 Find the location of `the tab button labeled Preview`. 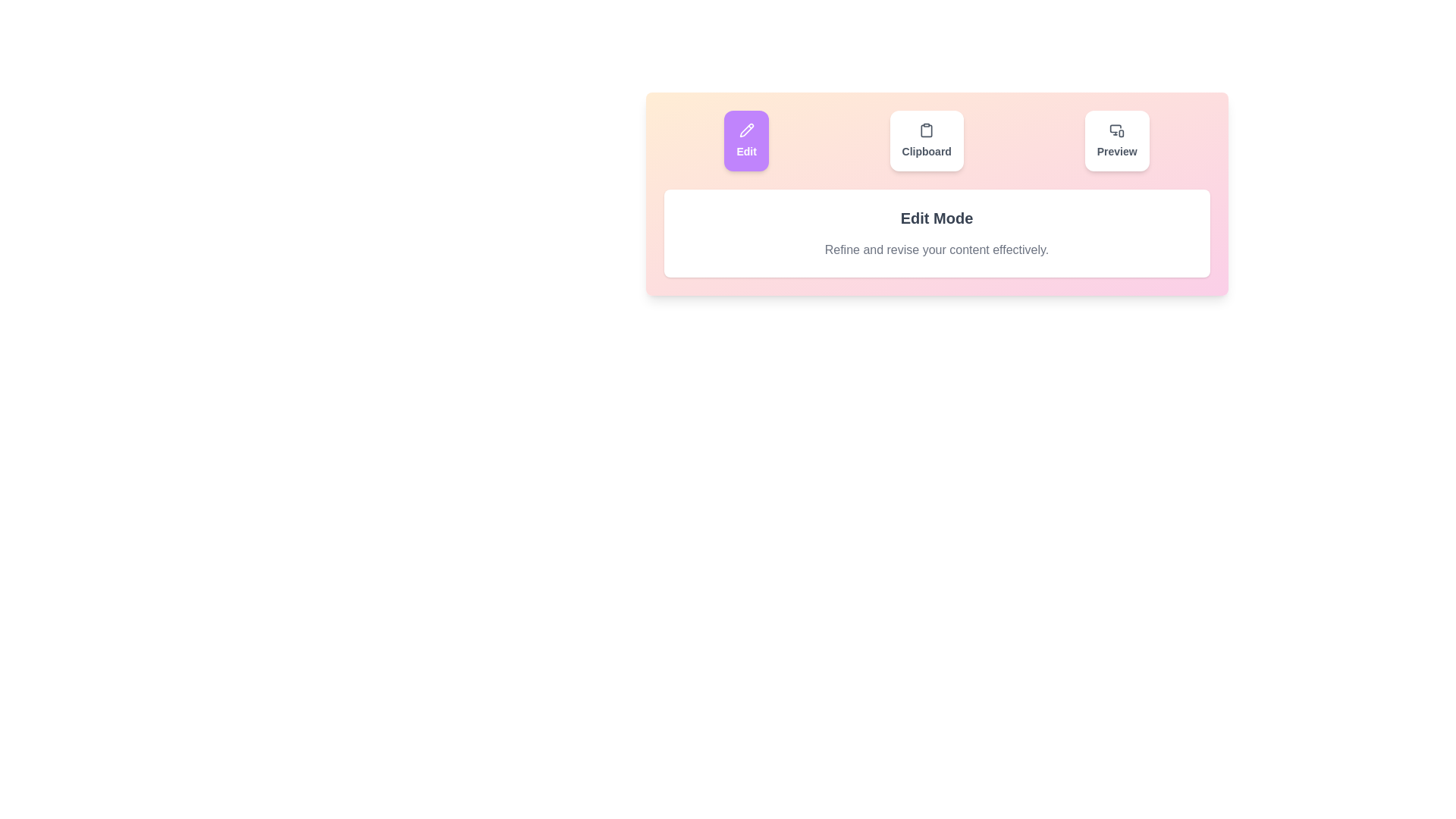

the tab button labeled Preview is located at coordinates (1117, 140).